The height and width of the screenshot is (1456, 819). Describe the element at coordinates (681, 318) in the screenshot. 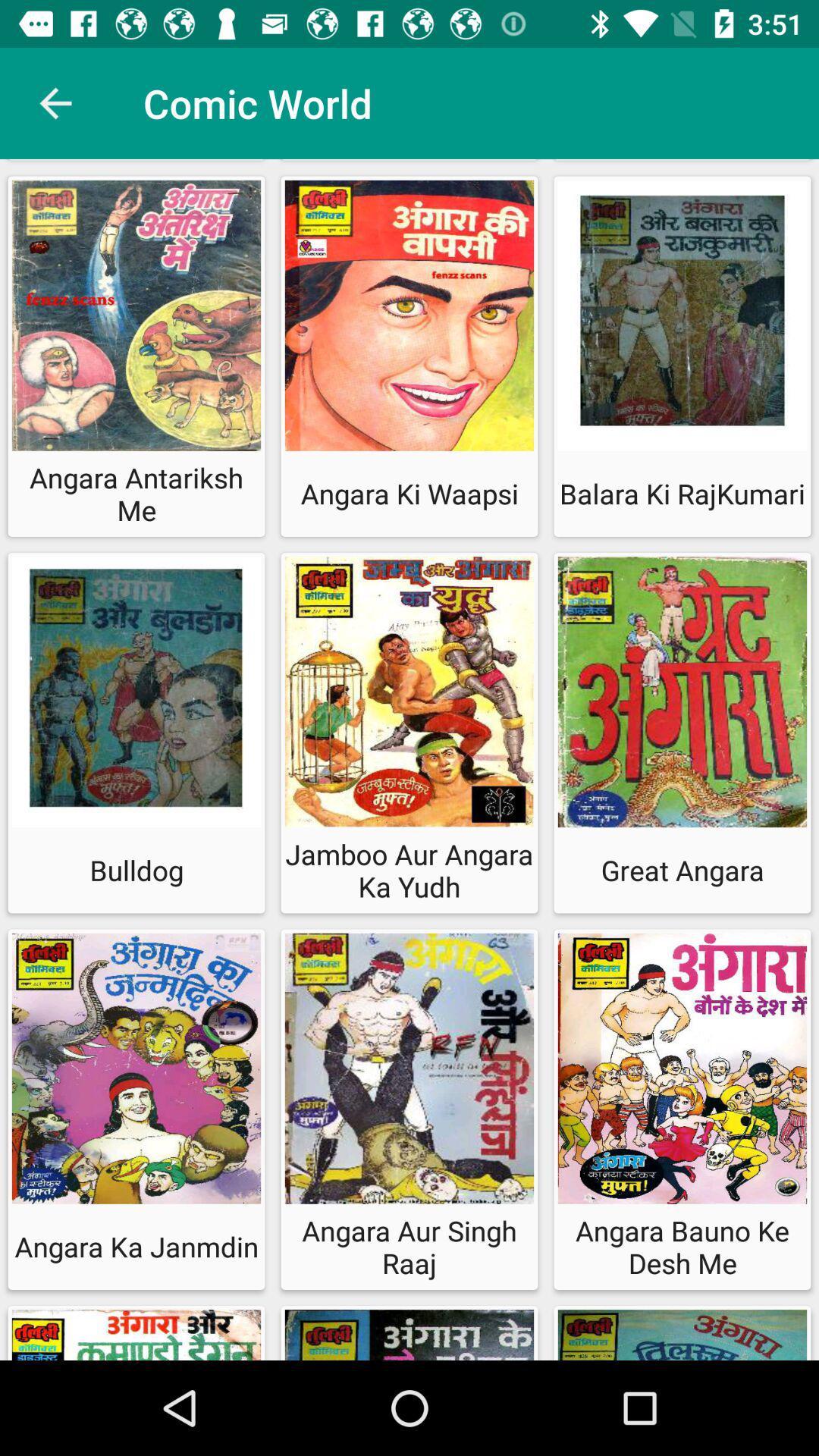

I see `the third image of first row` at that location.